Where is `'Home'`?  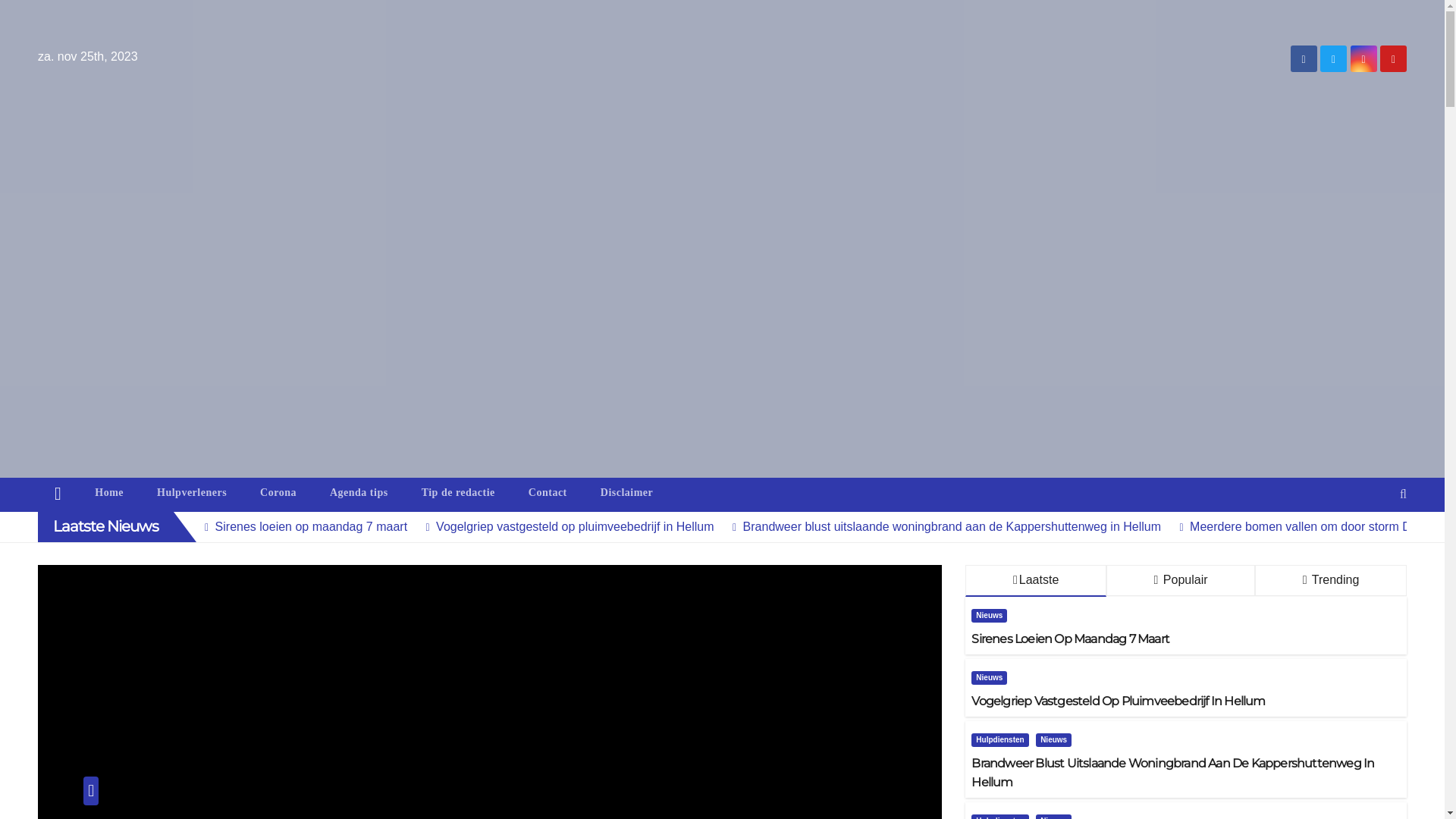
'Home' is located at coordinates (58, 494).